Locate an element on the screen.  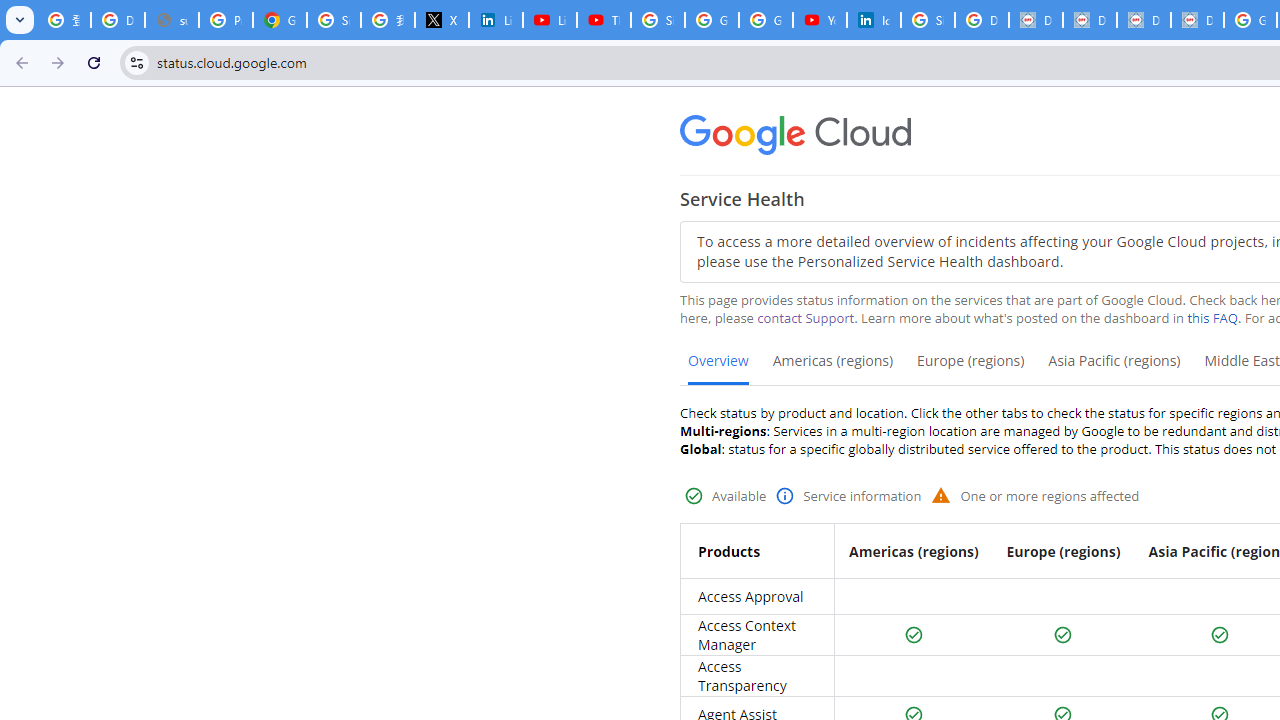
'X' is located at coordinates (440, 20).